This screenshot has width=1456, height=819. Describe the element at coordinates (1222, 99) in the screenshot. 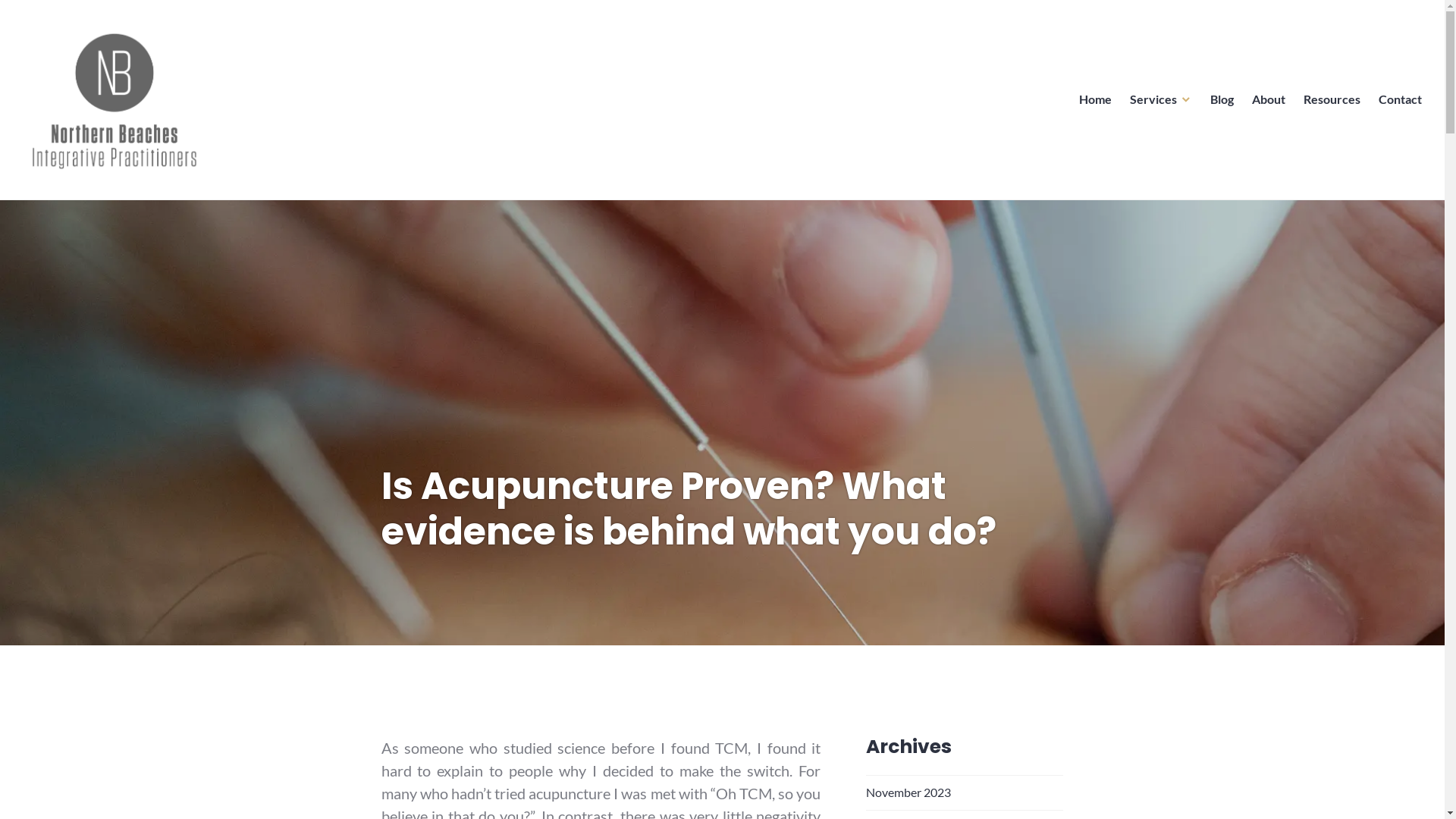

I see `'Blog'` at that location.